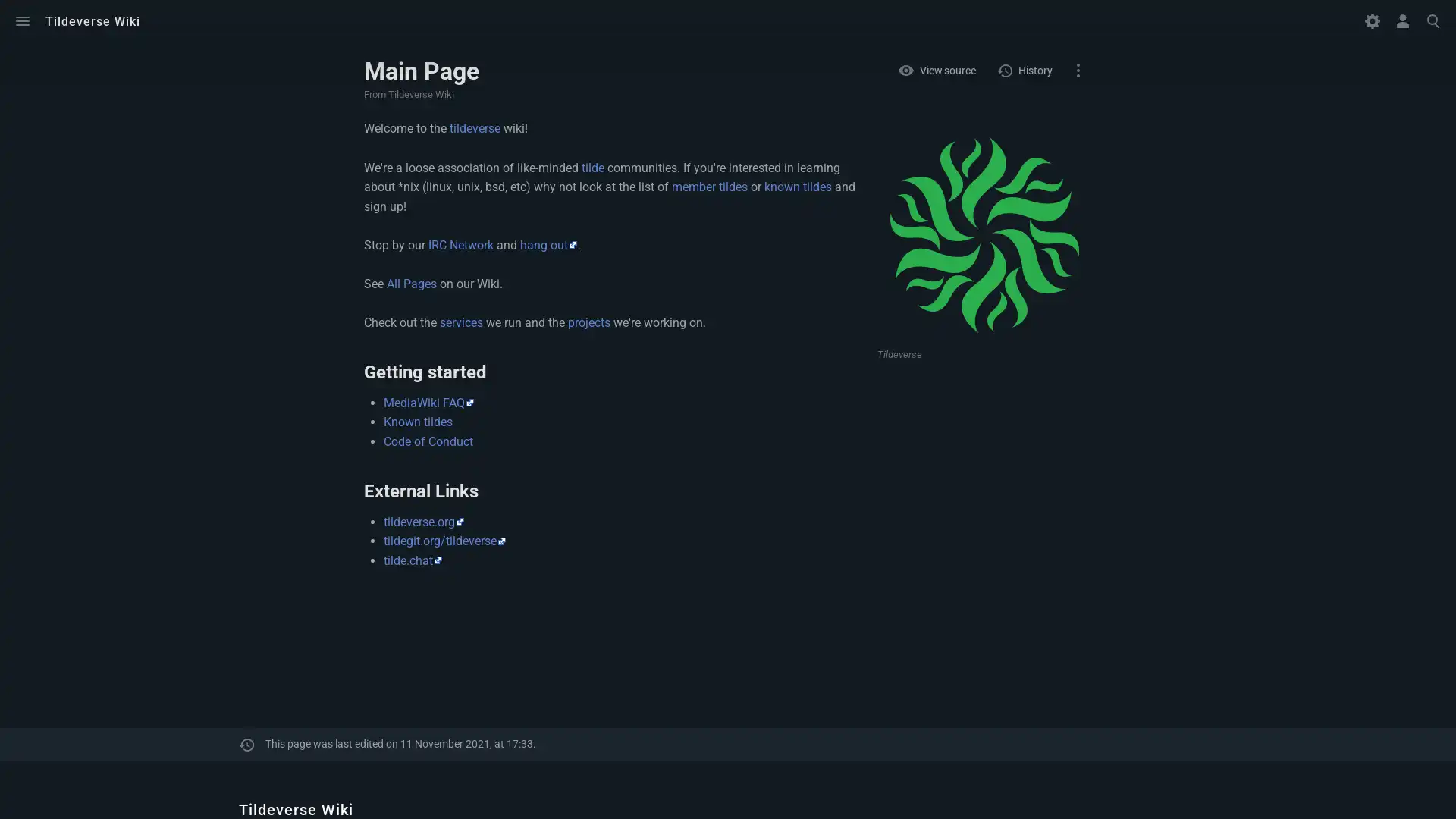  What do you see at coordinates (1401, 20) in the screenshot?
I see `Toggle personal menu` at bounding box center [1401, 20].